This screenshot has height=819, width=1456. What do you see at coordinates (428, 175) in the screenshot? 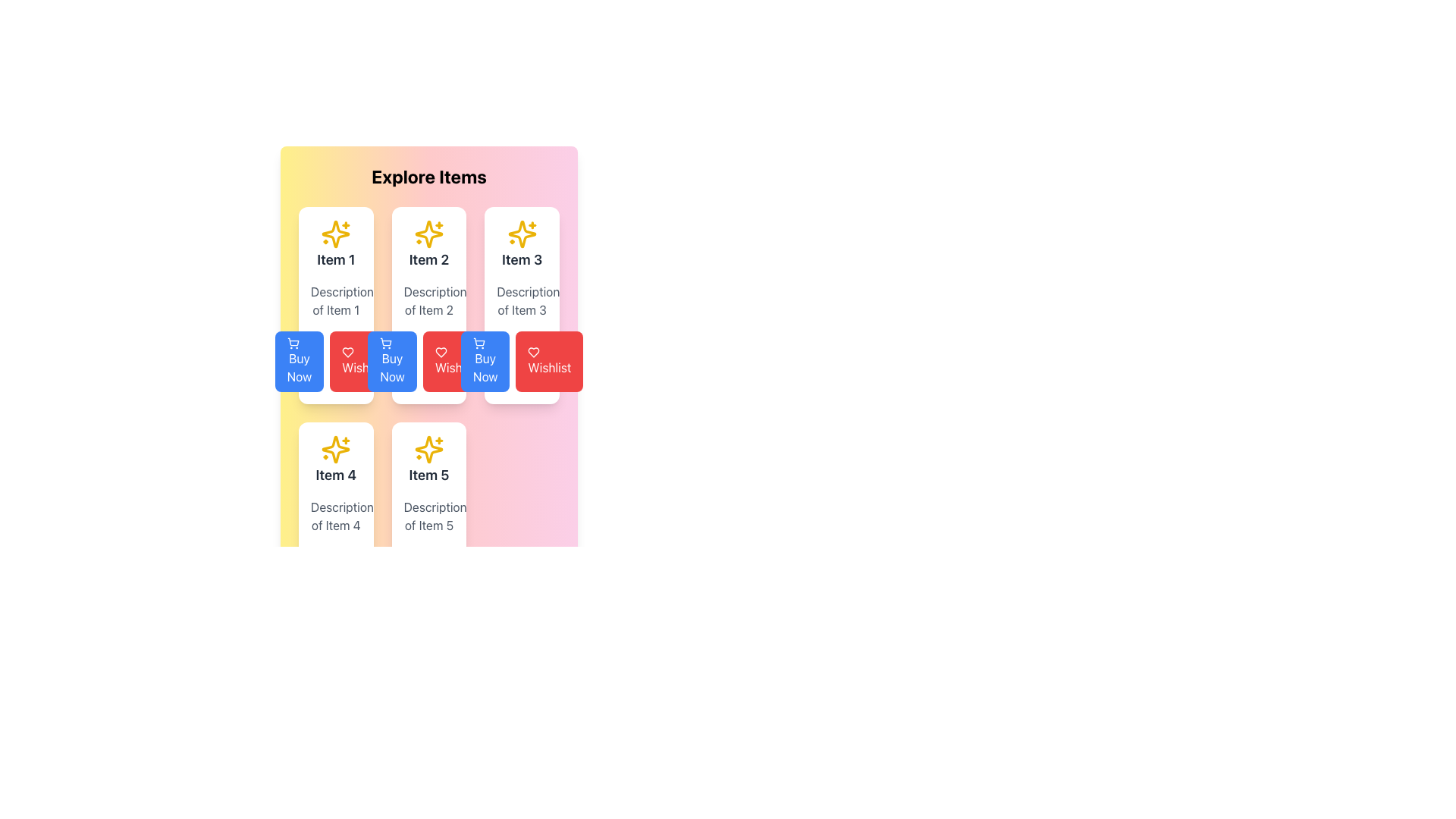
I see `the bold and large text label reading 'Explore Items' located at the top of the section with a colorful yellow to pink background` at bounding box center [428, 175].